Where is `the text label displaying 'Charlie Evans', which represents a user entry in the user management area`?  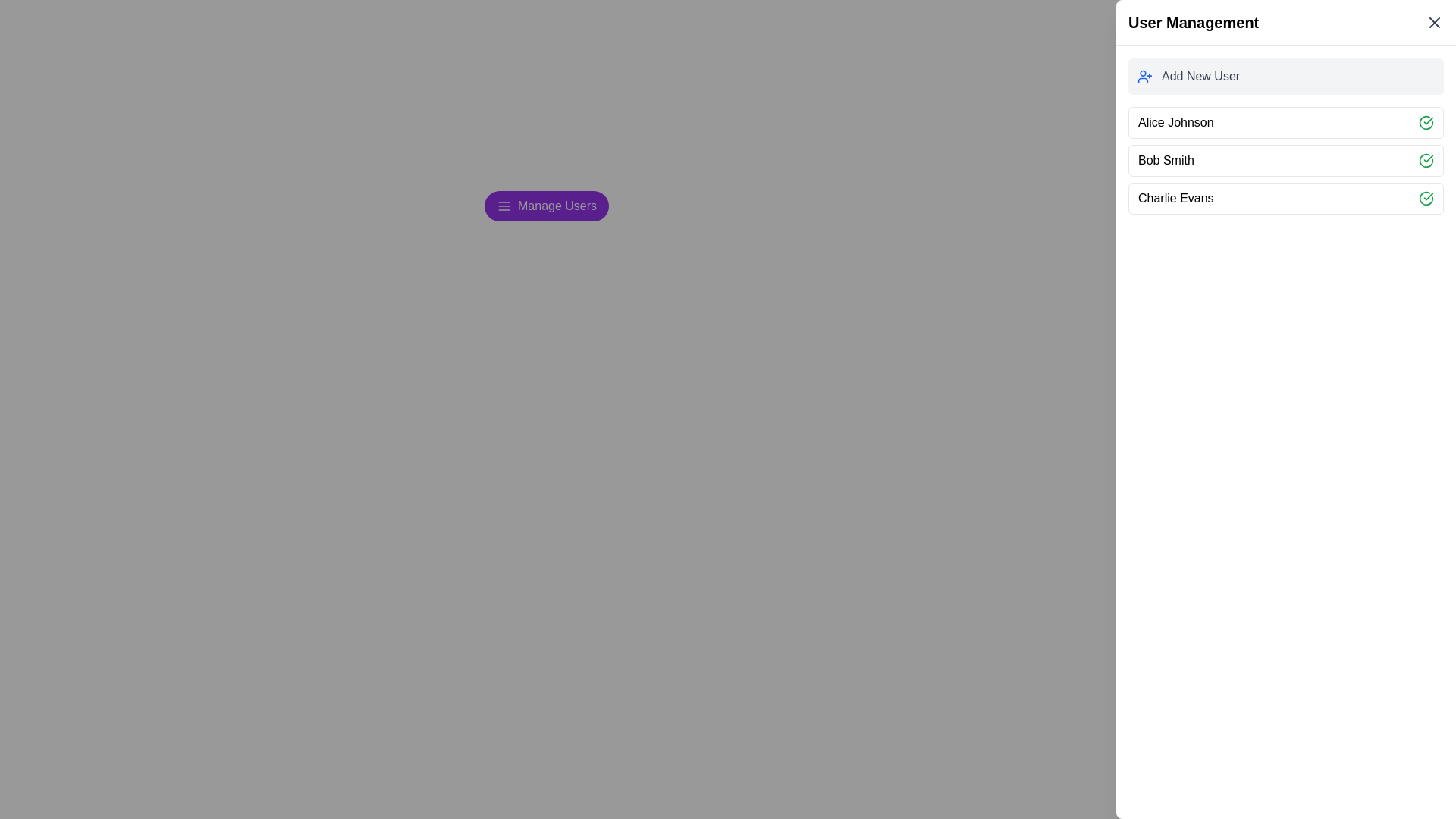 the text label displaying 'Charlie Evans', which represents a user entry in the user management area is located at coordinates (1175, 198).